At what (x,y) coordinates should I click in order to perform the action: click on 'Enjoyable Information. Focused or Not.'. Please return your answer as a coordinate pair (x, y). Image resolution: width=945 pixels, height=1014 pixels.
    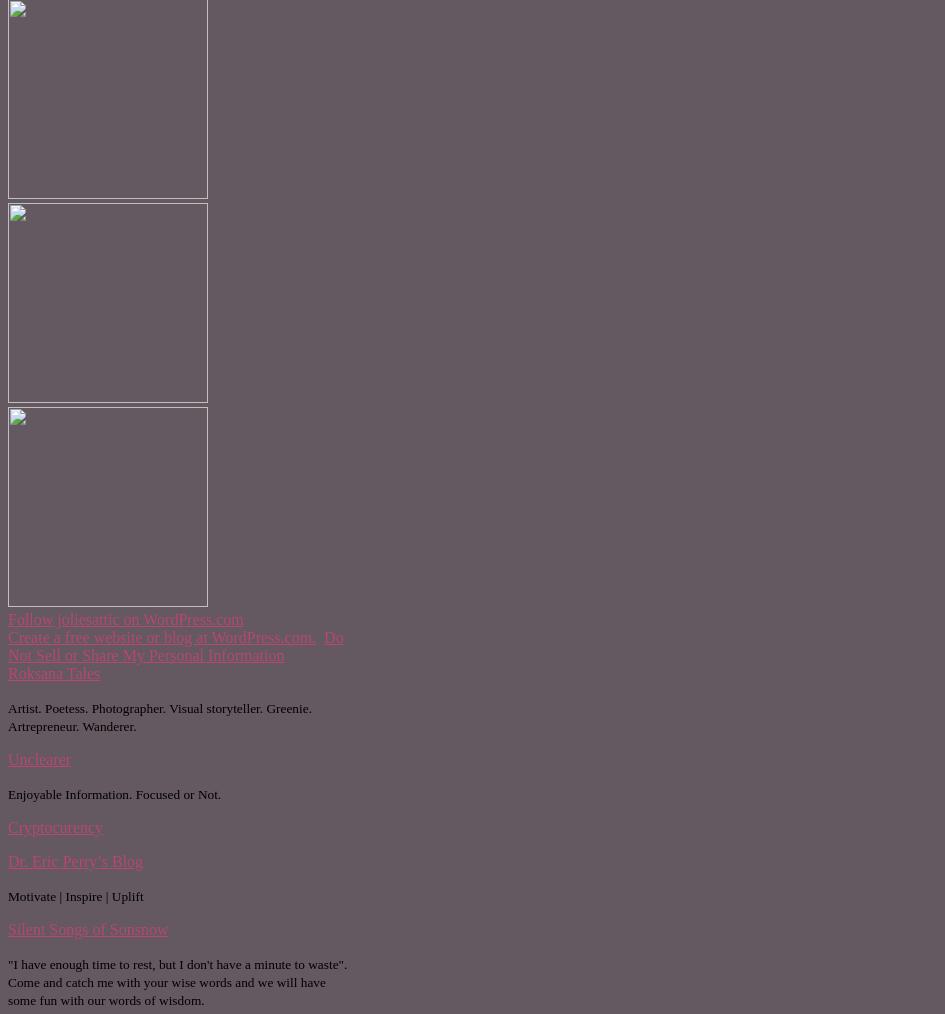
    Looking at the image, I should click on (8, 793).